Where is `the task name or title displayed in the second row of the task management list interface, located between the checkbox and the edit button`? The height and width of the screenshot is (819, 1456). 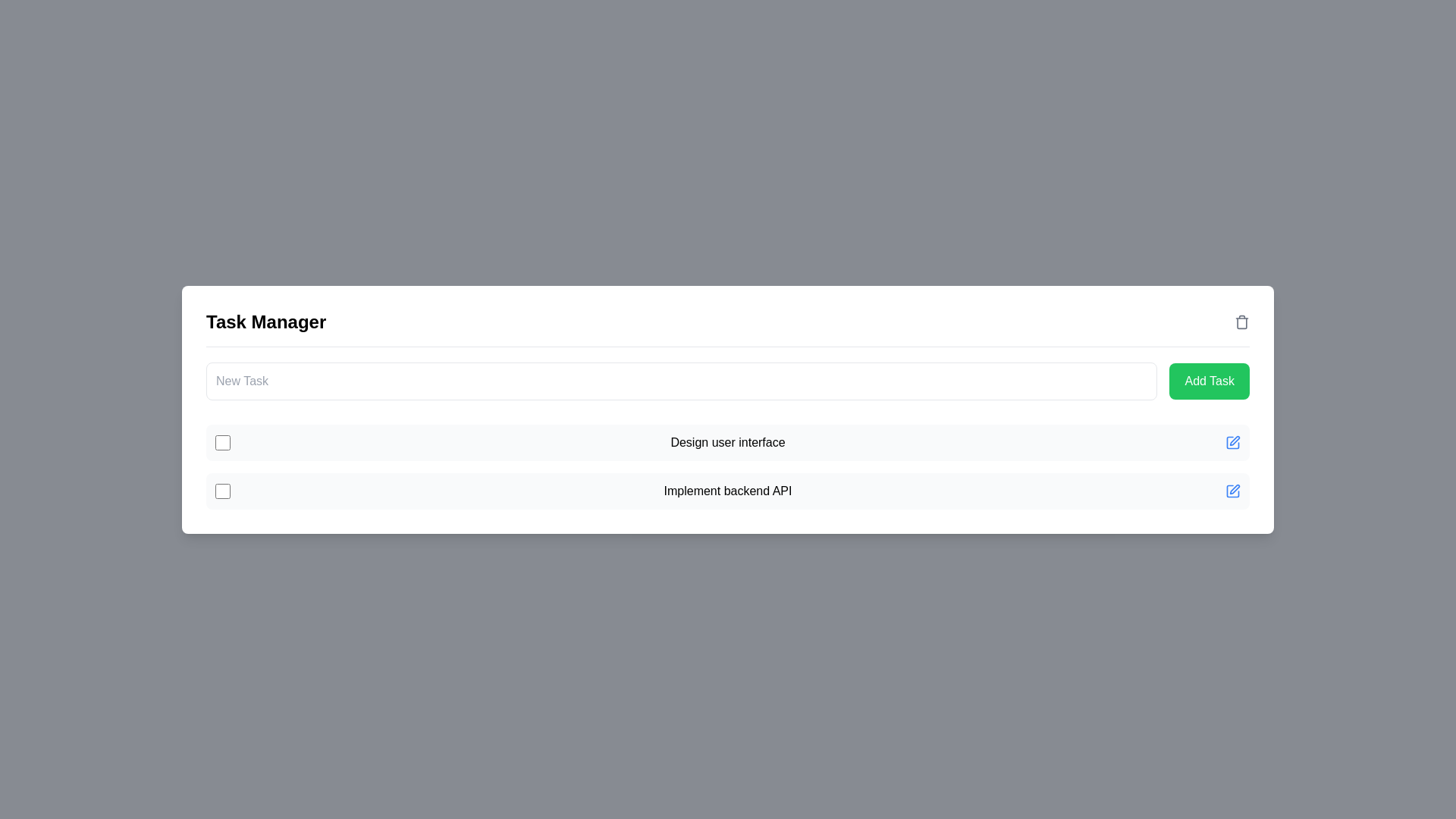
the task name or title displayed in the second row of the task management list interface, located between the checkbox and the edit button is located at coordinates (728, 491).